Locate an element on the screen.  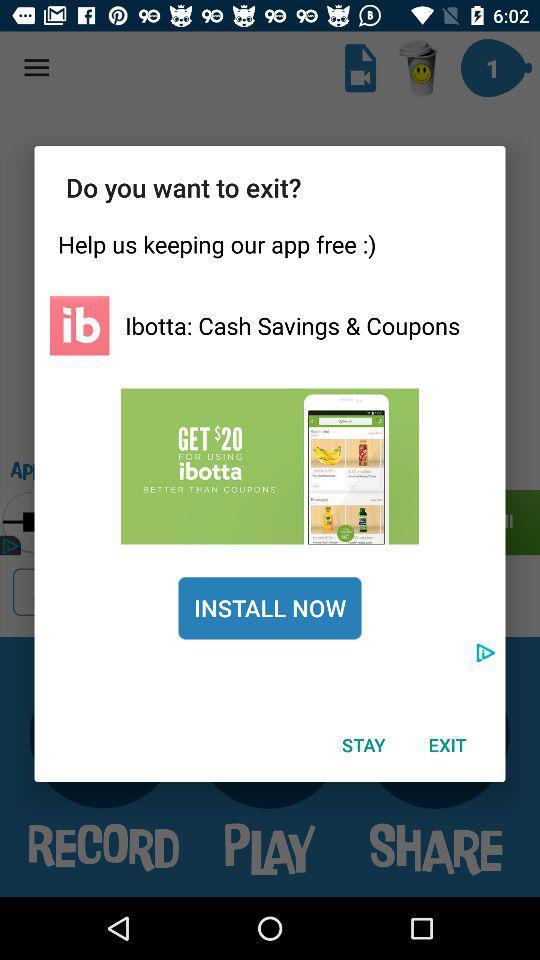
the stay icon is located at coordinates (362, 744).